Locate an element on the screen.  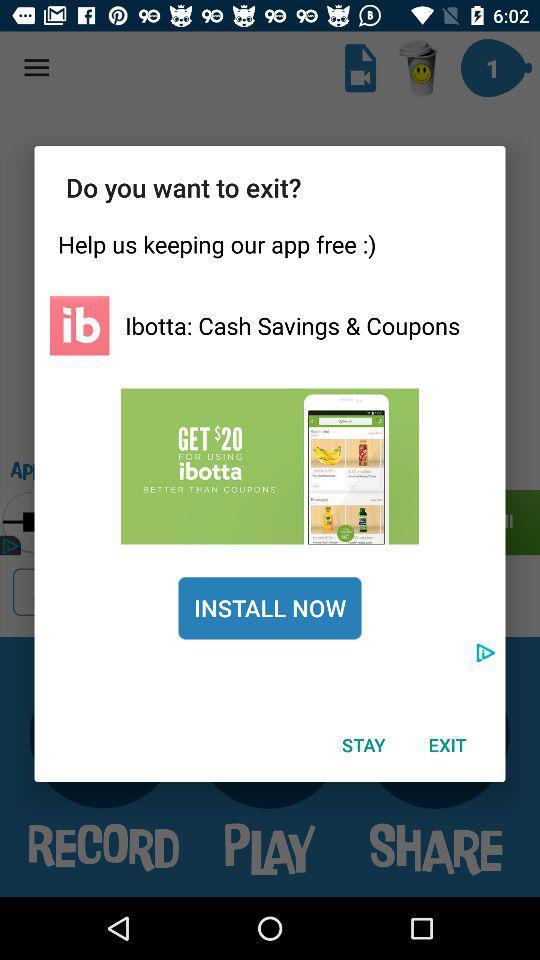
the stay icon is located at coordinates (362, 744).